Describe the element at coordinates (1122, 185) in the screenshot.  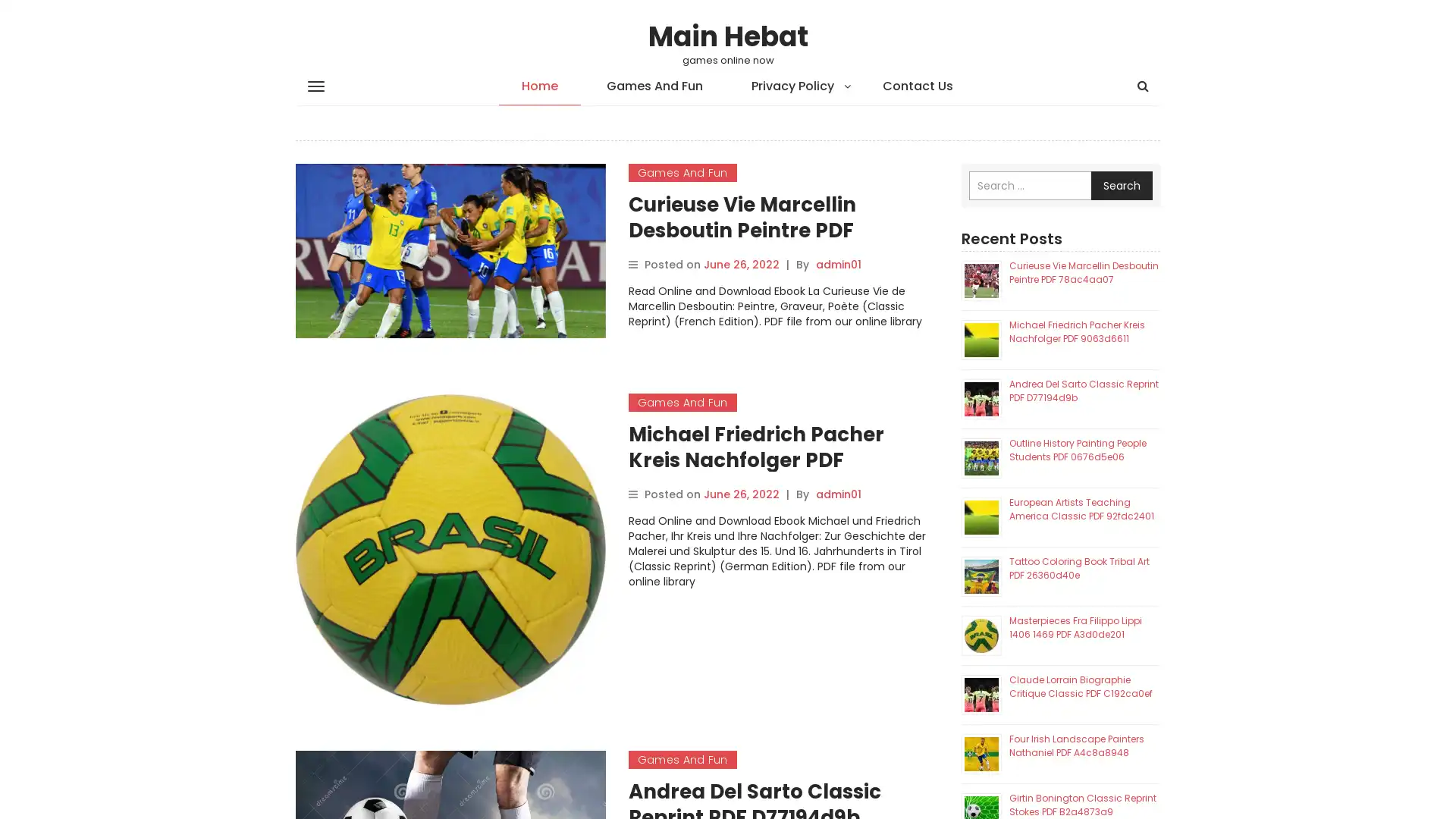
I see `Search` at that location.